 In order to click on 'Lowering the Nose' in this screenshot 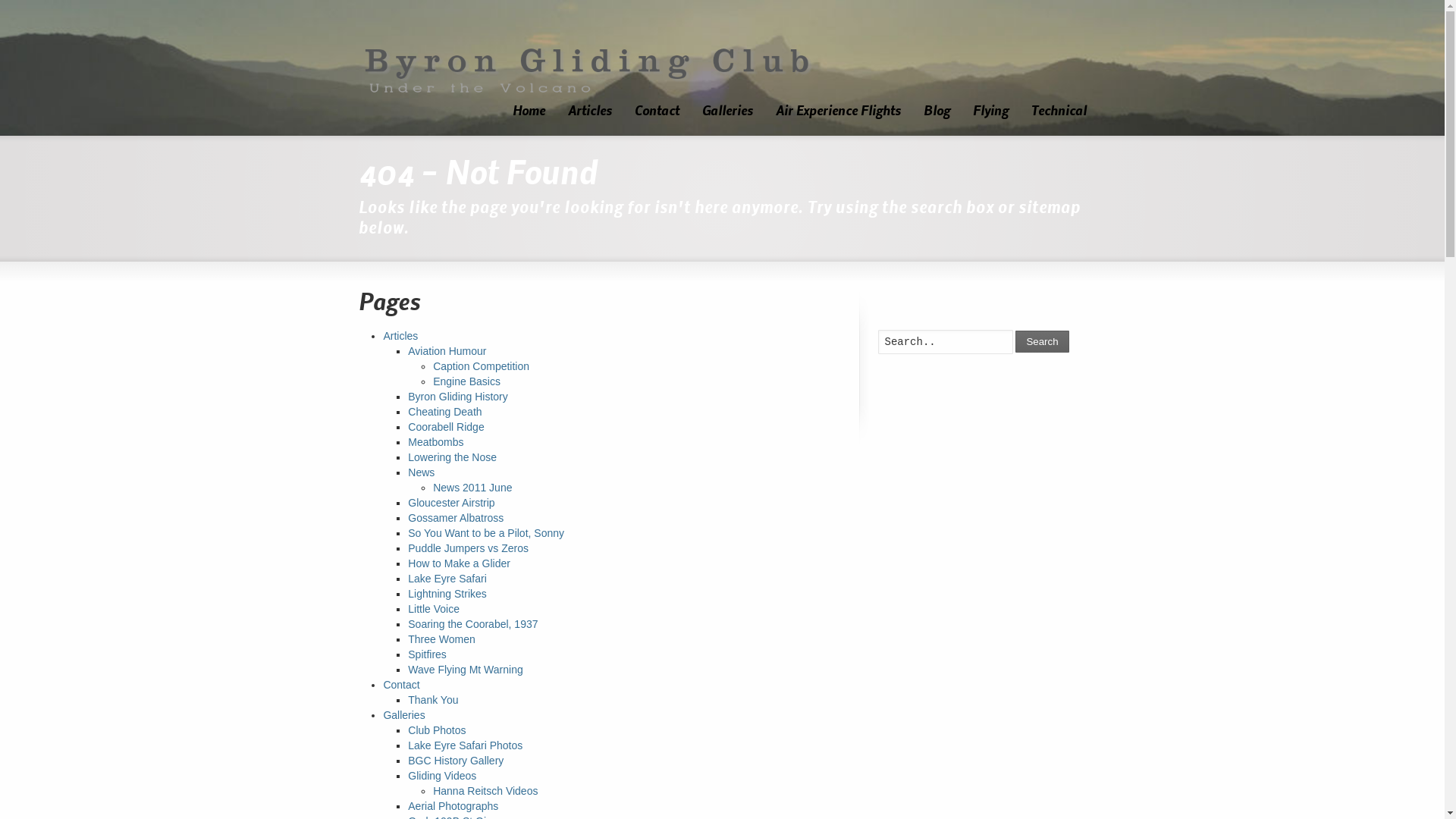, I will do `click(407, 456)`.